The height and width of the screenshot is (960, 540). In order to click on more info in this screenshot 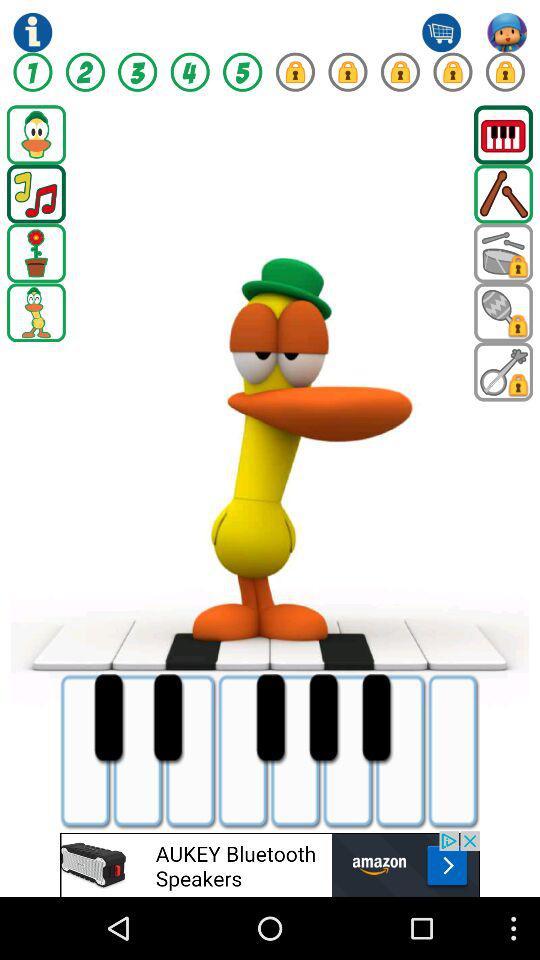, I will do `click(31, 31)`.